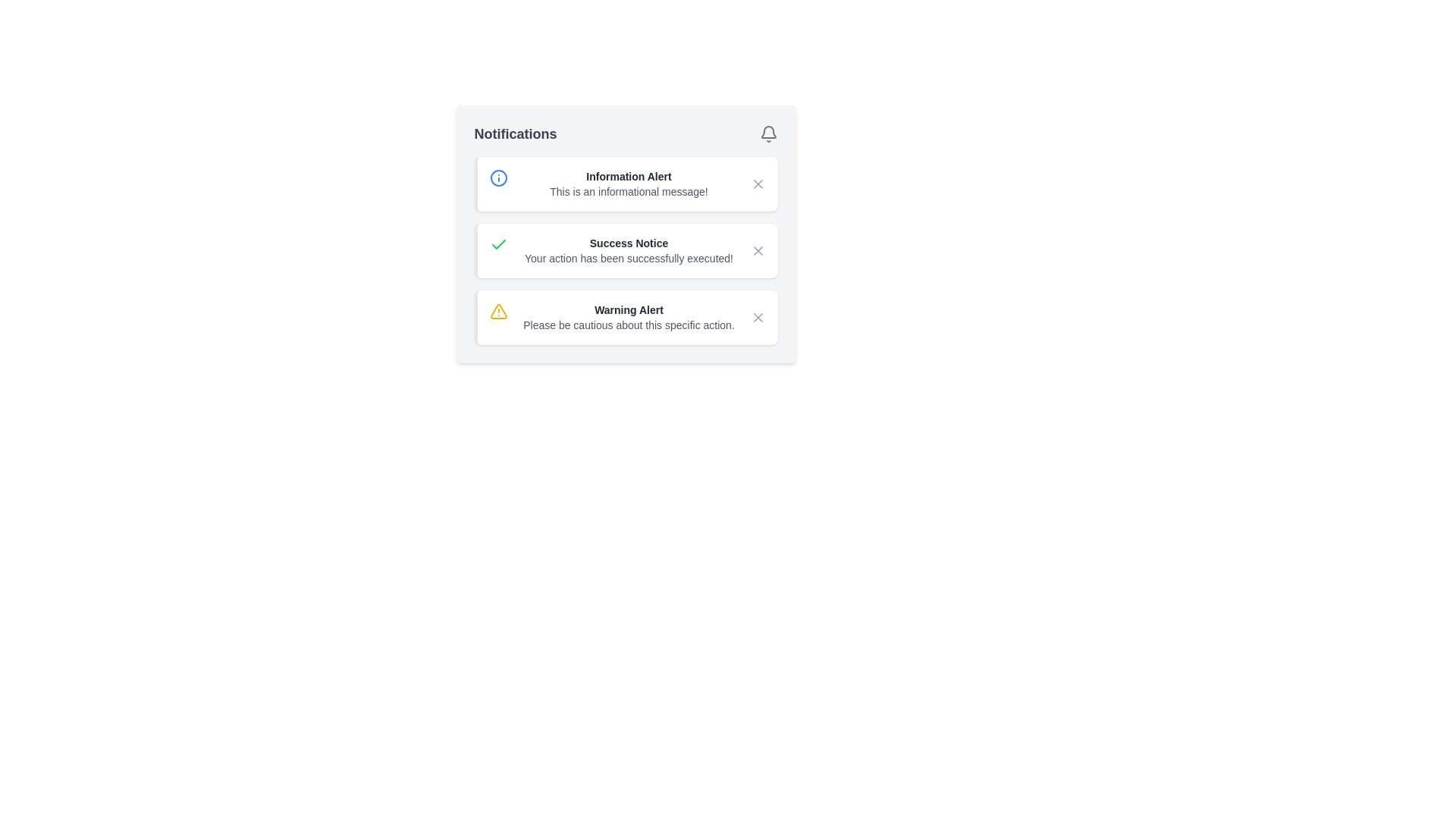 The height and width of the screenshot is (819, 1456). Describe the element at coordinates (629, 317) in the screenshot. I see `the warning notification that displays 'Warning Alert' and 'Please be cautious about this specific action.'` at that location.